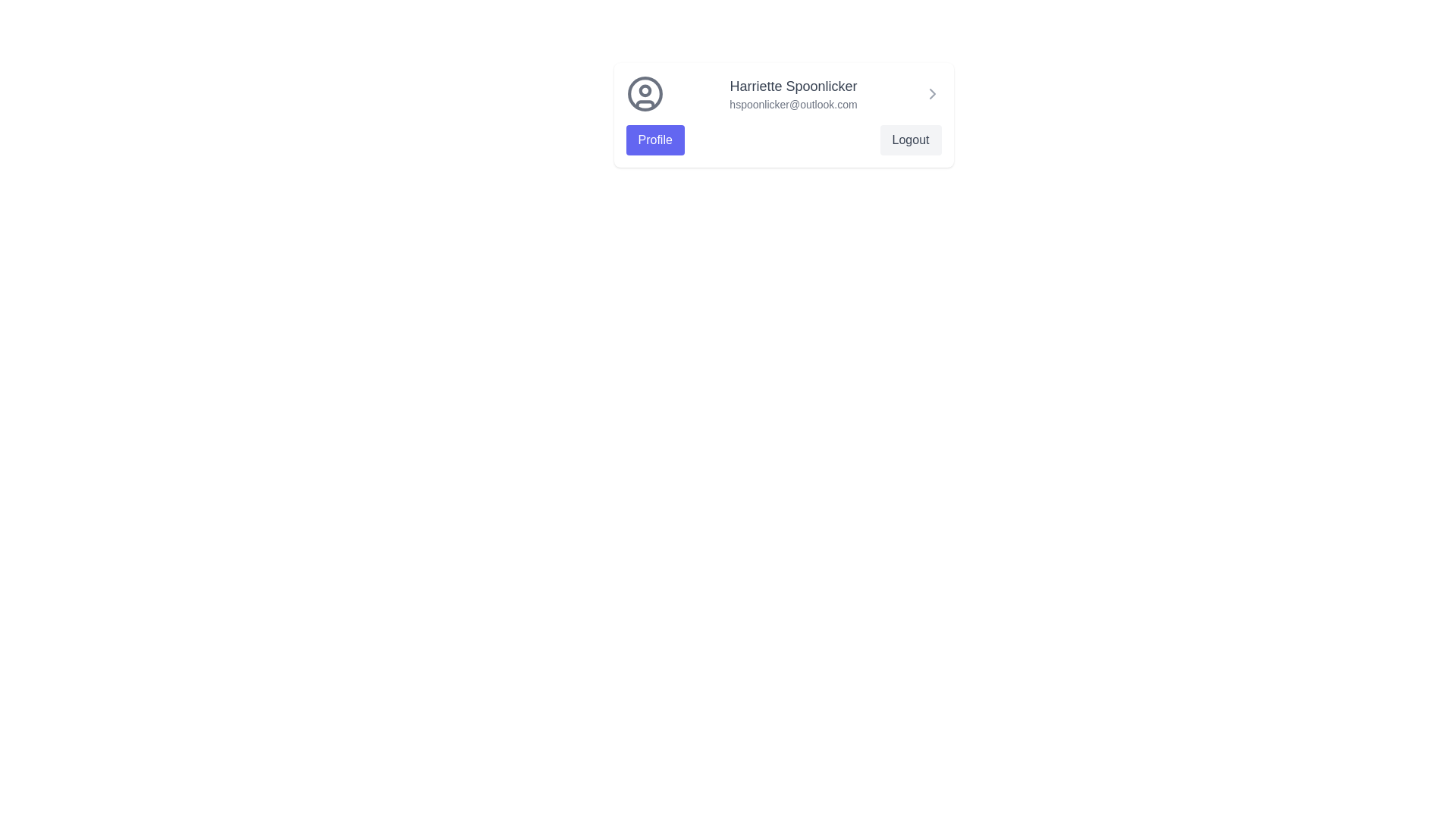 The width and height of the screenshot is (1456, 819). What do you see at coordinates (910, 140) in the screenshot?
I see `the 'Logout' button located in the top-right segment of the user profile panel to log out` at bounding box center [910, 140].